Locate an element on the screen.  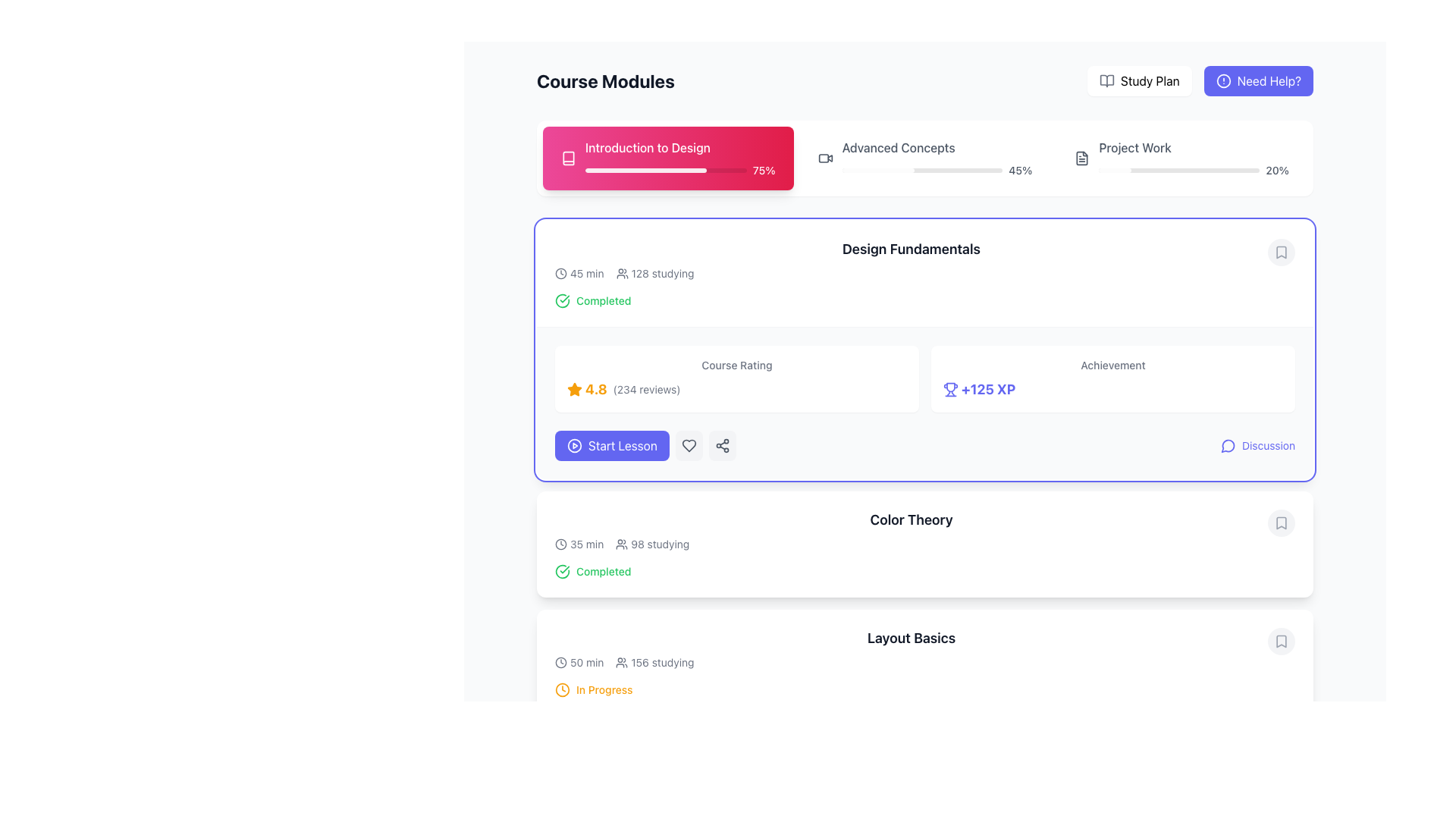
the filled star-shaped icon that represents a rating, located to the left of the numerical rating (4.8) and textual information ('(234 reviews)') is located at coordinates (574, 388).